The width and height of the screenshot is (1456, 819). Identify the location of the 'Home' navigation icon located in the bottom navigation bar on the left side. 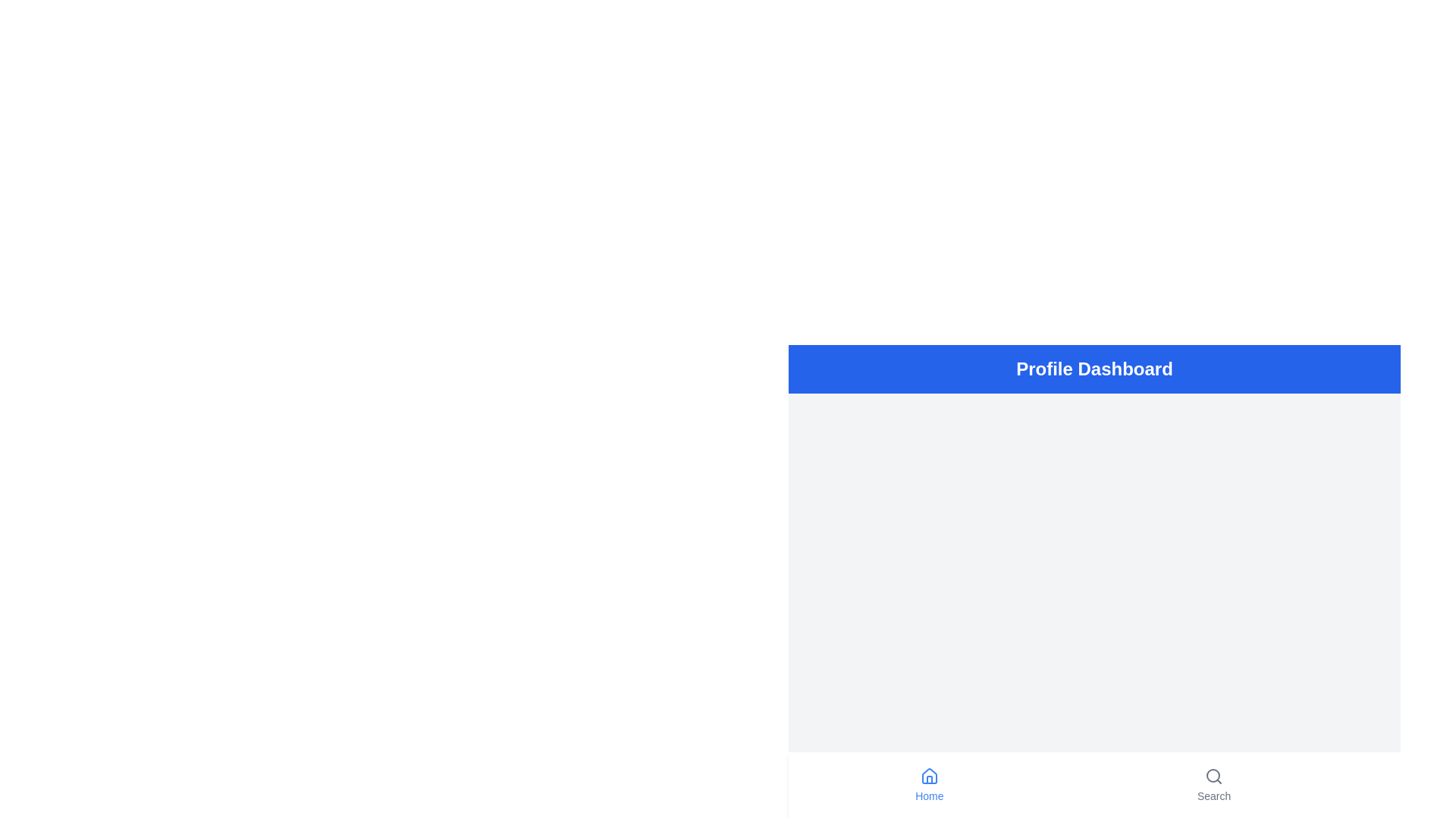
(928, 776).